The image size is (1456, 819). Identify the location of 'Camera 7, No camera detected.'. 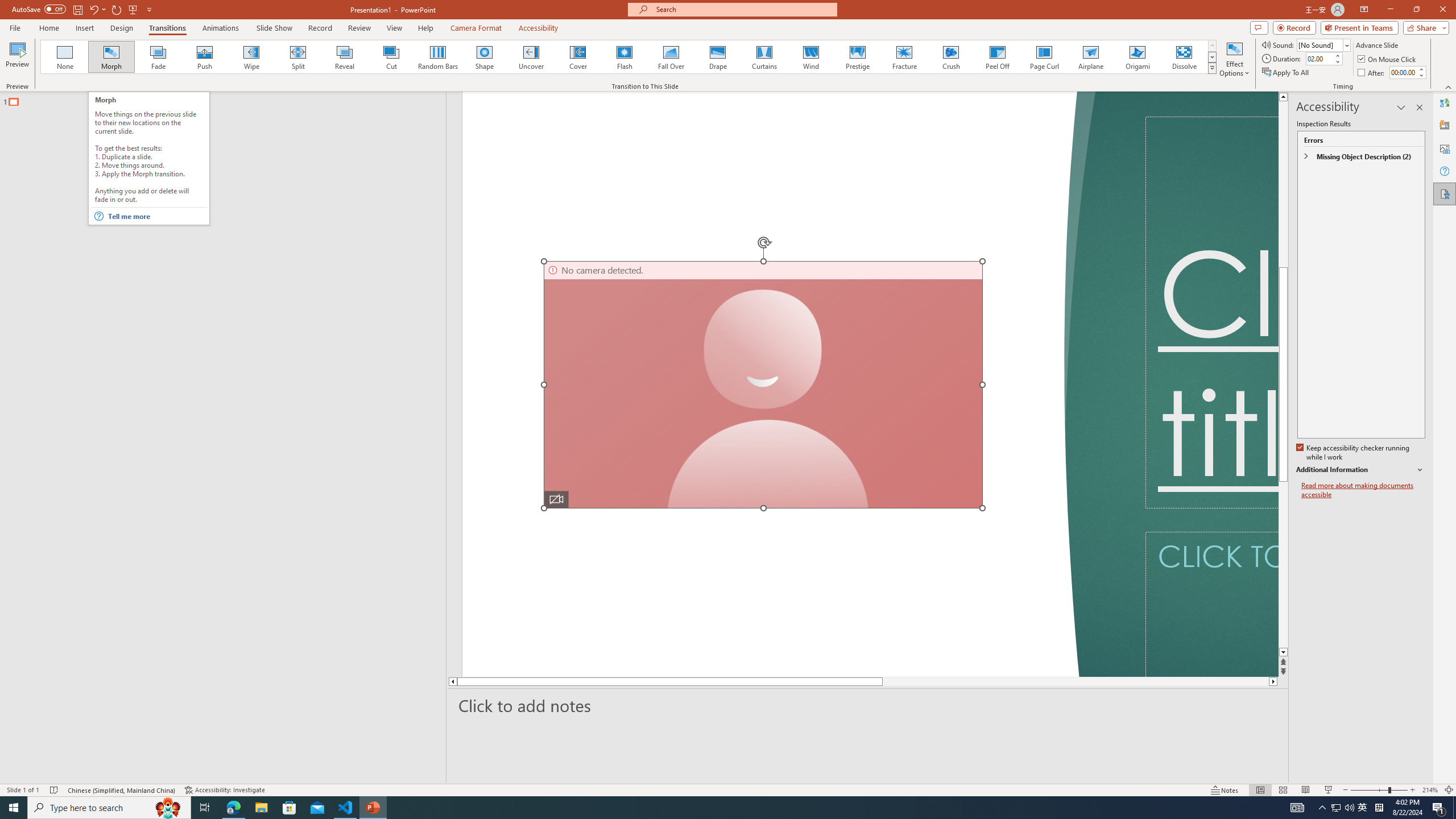
(763, 384).